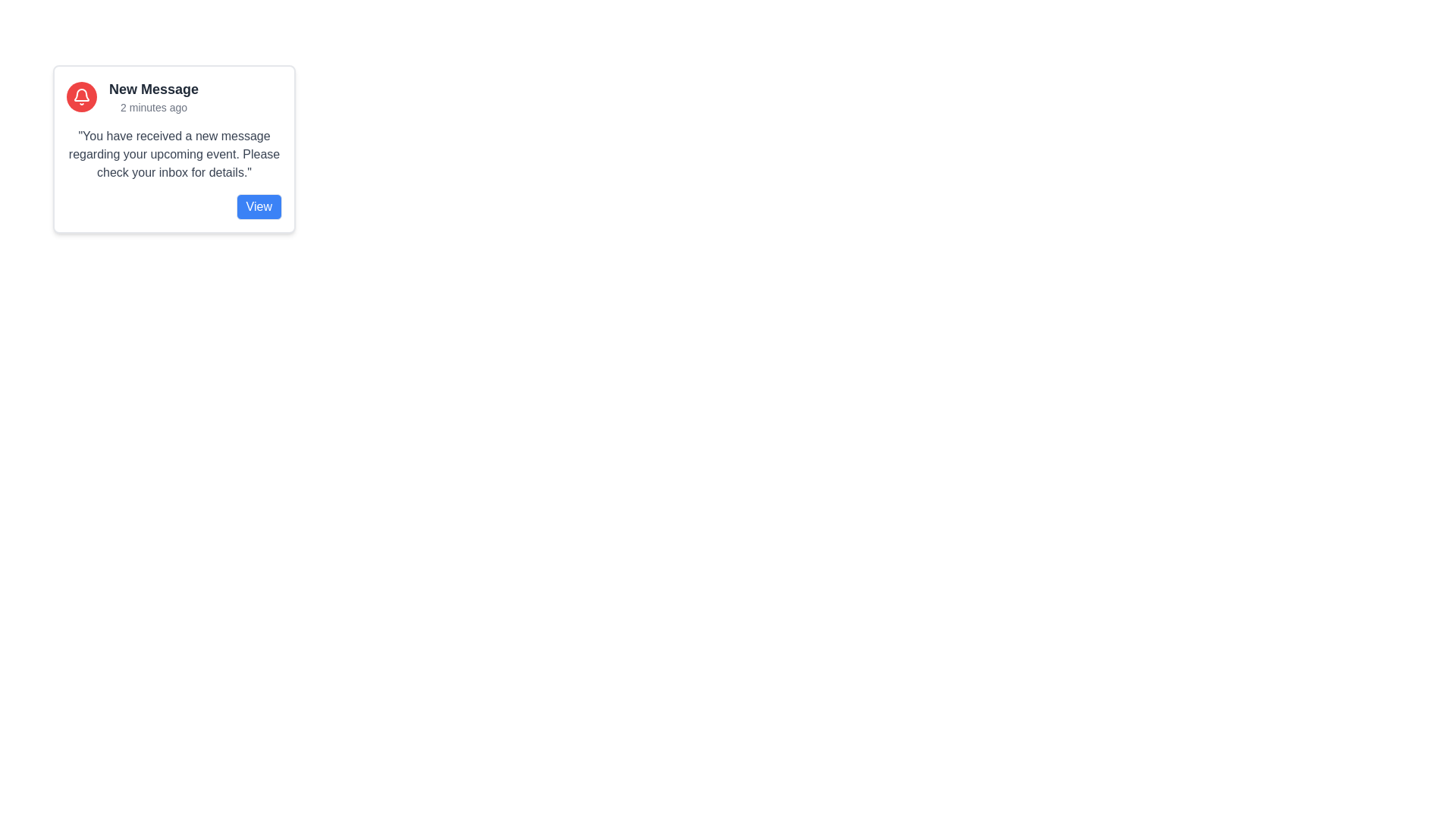  Describe the element at coordinates (174, 96) in the screenshot. I see `the Notification preview element that contains a red circular area with a white bell icon on the left and the text 'New Message' in bold and '2 minutes ago' in light gray underneath` at that location.